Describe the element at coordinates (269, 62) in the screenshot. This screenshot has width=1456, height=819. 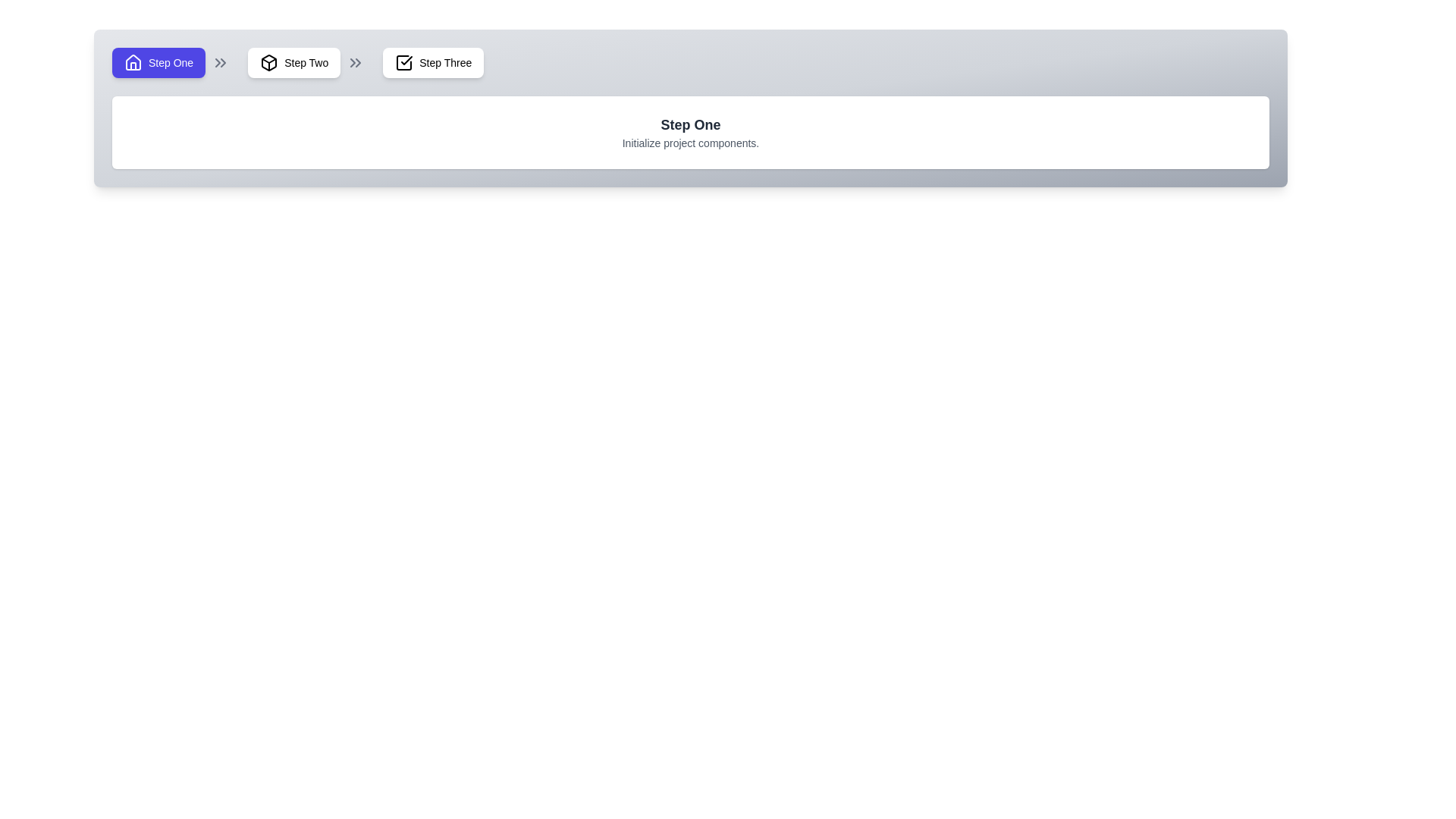
I see `the visual representation of the second step indicator icon in the navigation bar, which resembles a three-dimensional box with a simple line drawing` at that location.